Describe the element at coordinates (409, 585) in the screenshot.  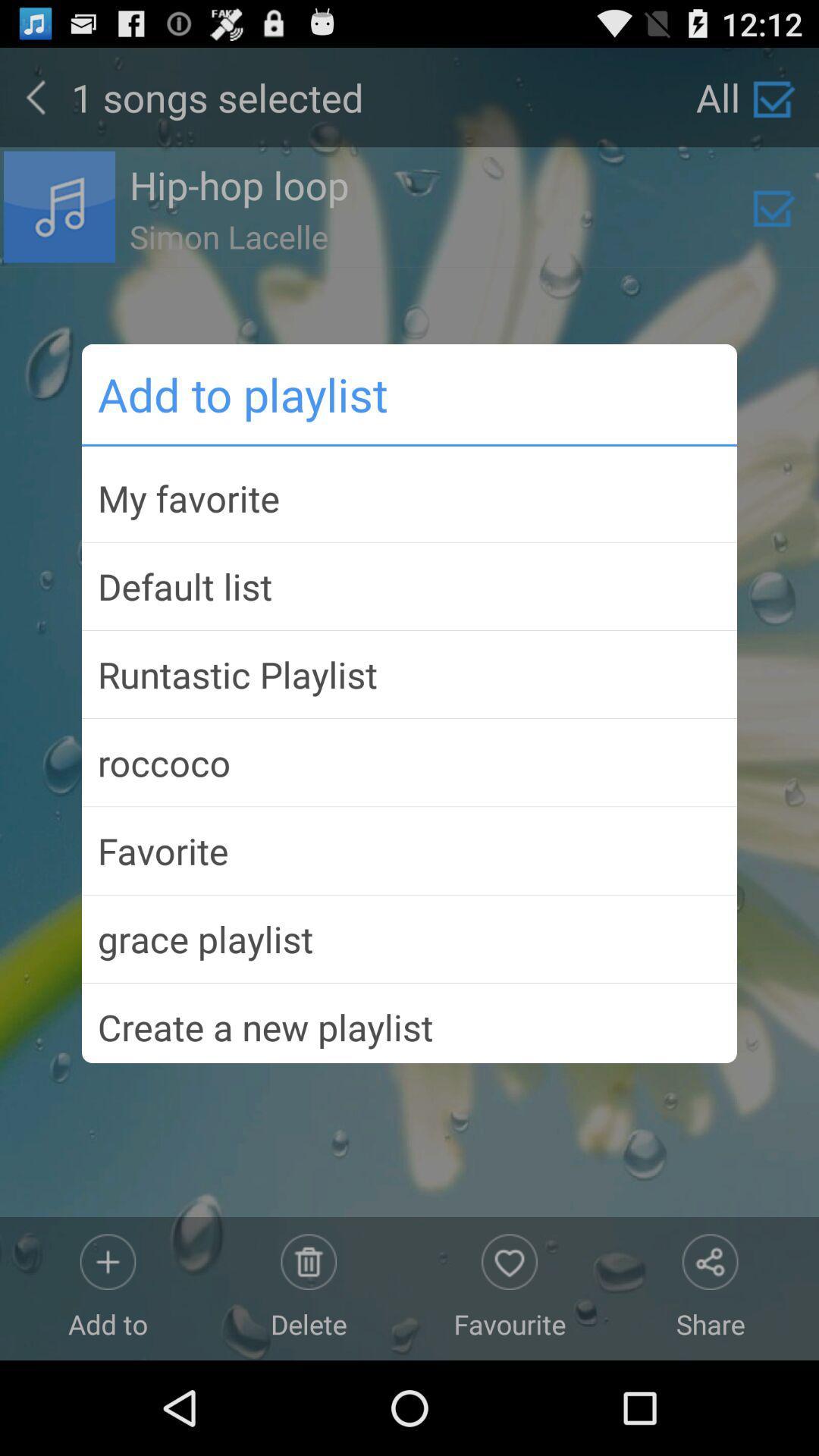
I see `the icon below the my favorite icon` at that location.